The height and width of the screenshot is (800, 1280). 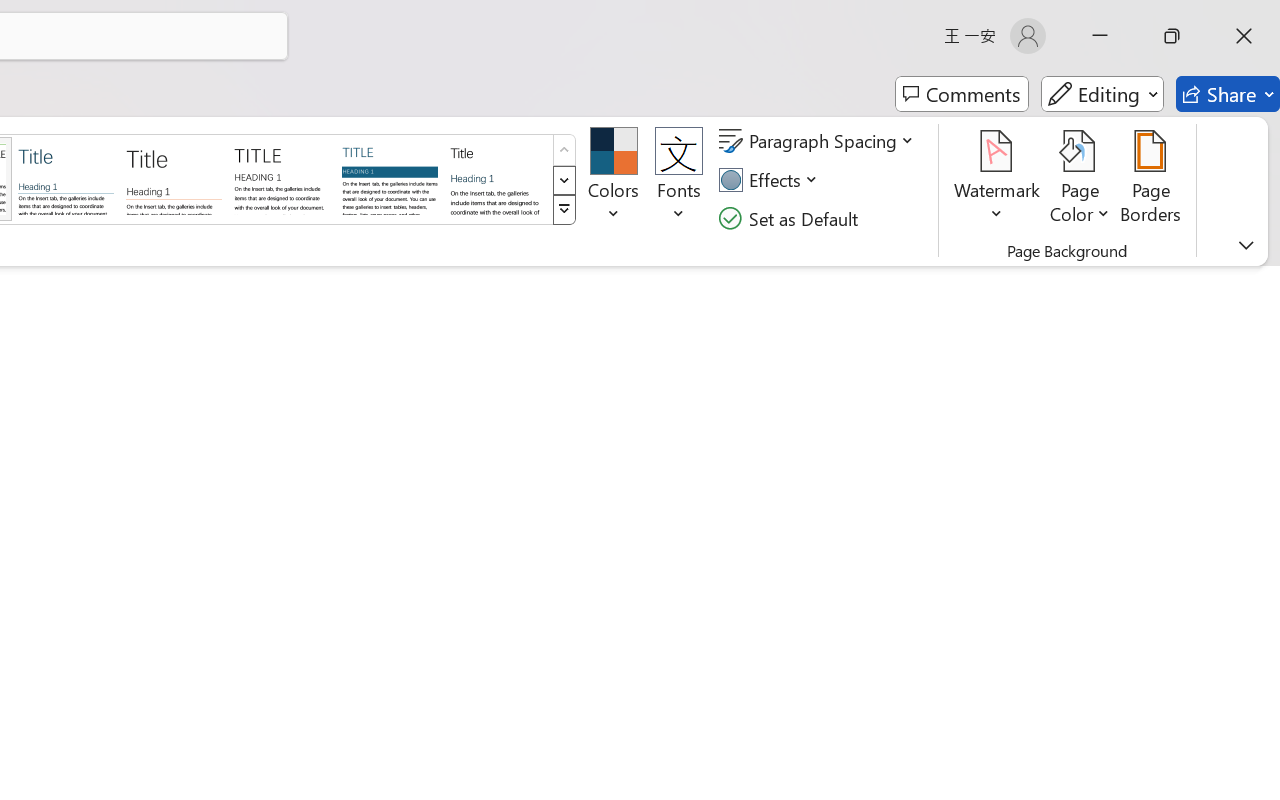 I want to click on 'Editing', so click(x=1101, y=94).